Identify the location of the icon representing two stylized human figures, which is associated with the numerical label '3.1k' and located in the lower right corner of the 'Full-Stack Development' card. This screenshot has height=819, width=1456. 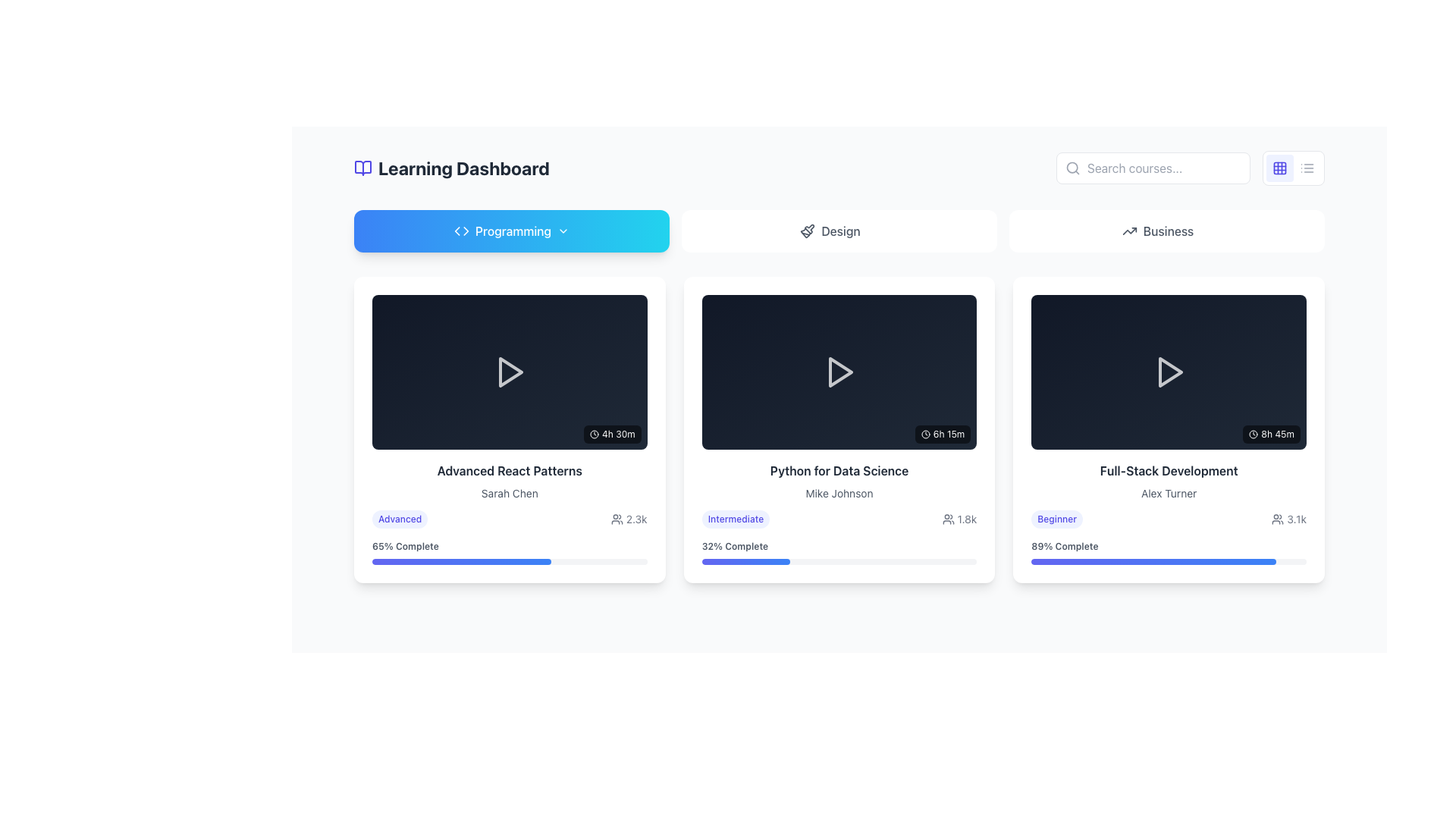
(1277, 518).